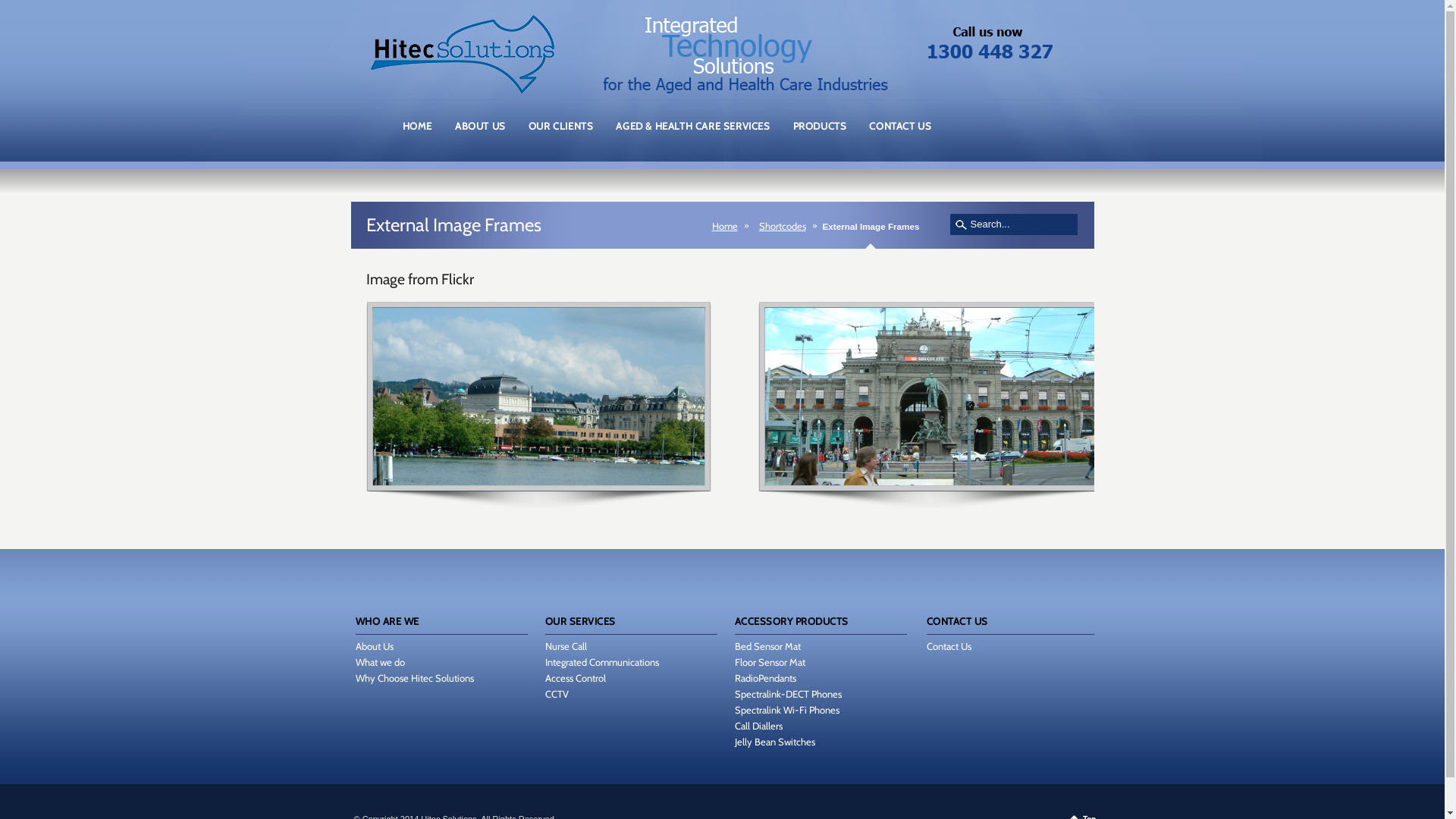 The height and width of the screenshot is (819, 1456). Describe the element at coordinates (819, 133) in the screenshot. I see `'PRODUCTS'` at that location.